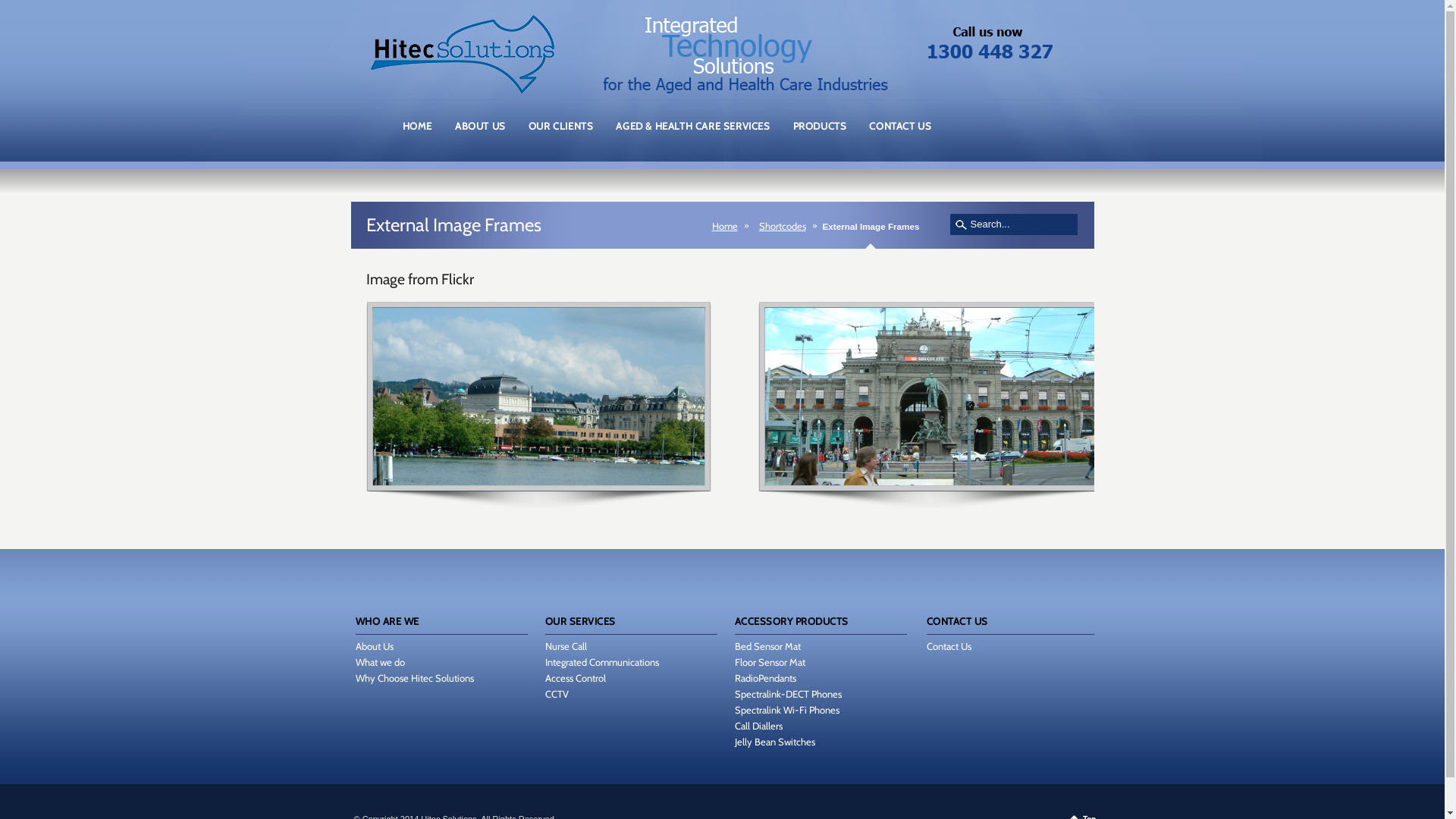 The height and width of the screenshot is (819, 1456). Describe the element at coordinates (819, 133) in the screenshot. I see `'PRODUCTS'` at that location.